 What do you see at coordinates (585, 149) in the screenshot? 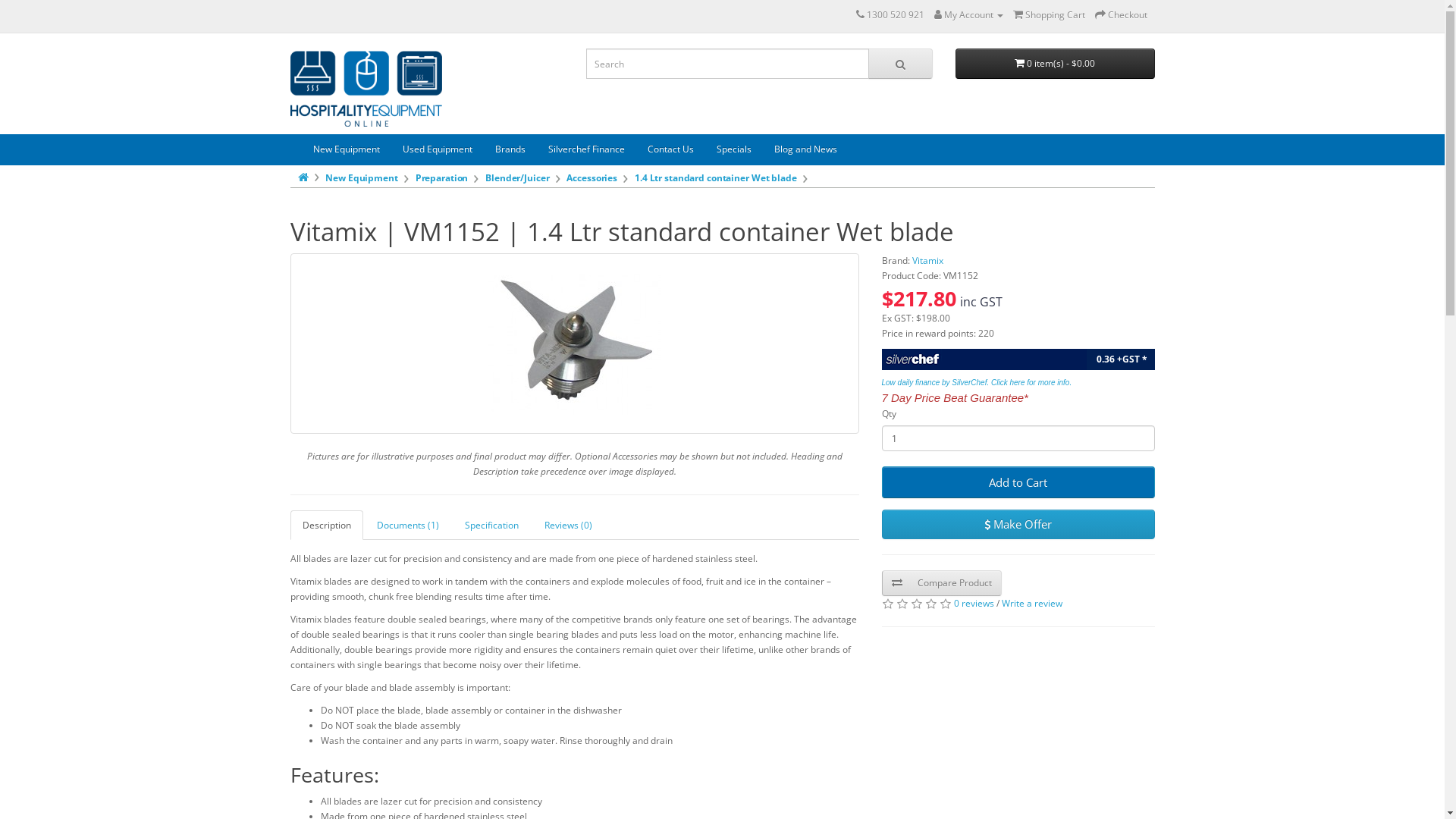
I see `'Silverchef Finance'` at bounding box center [585, 149].